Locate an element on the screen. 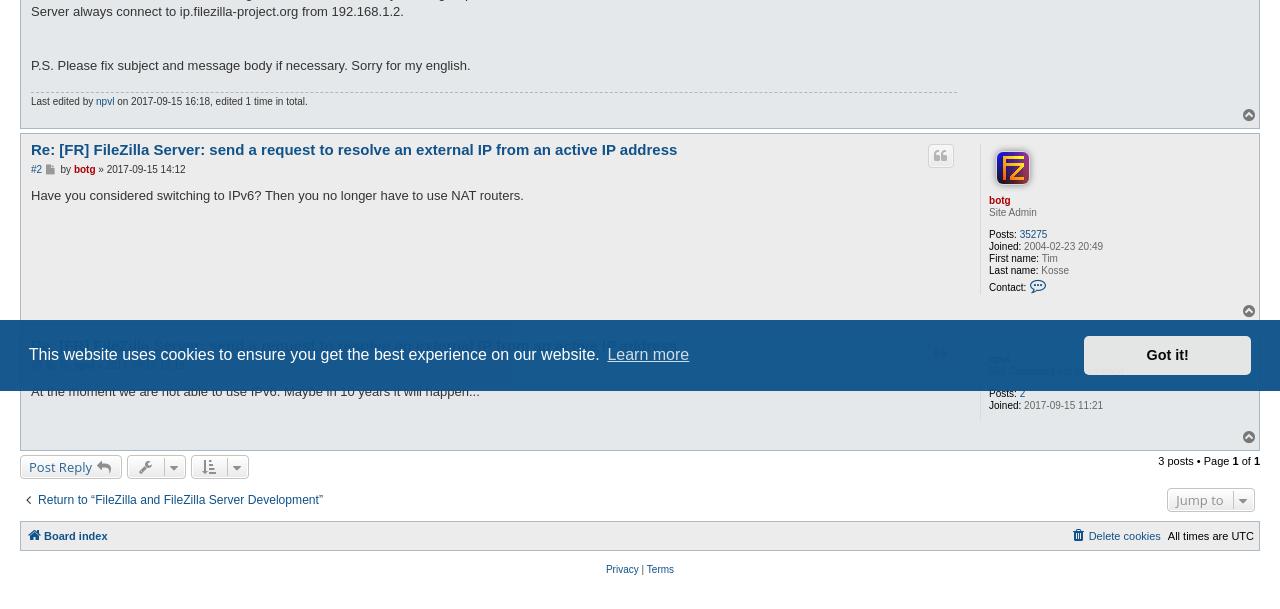 The width and height of the screenshot is (1280, 609). 'UTC' is located at coordinates (1241, 535).